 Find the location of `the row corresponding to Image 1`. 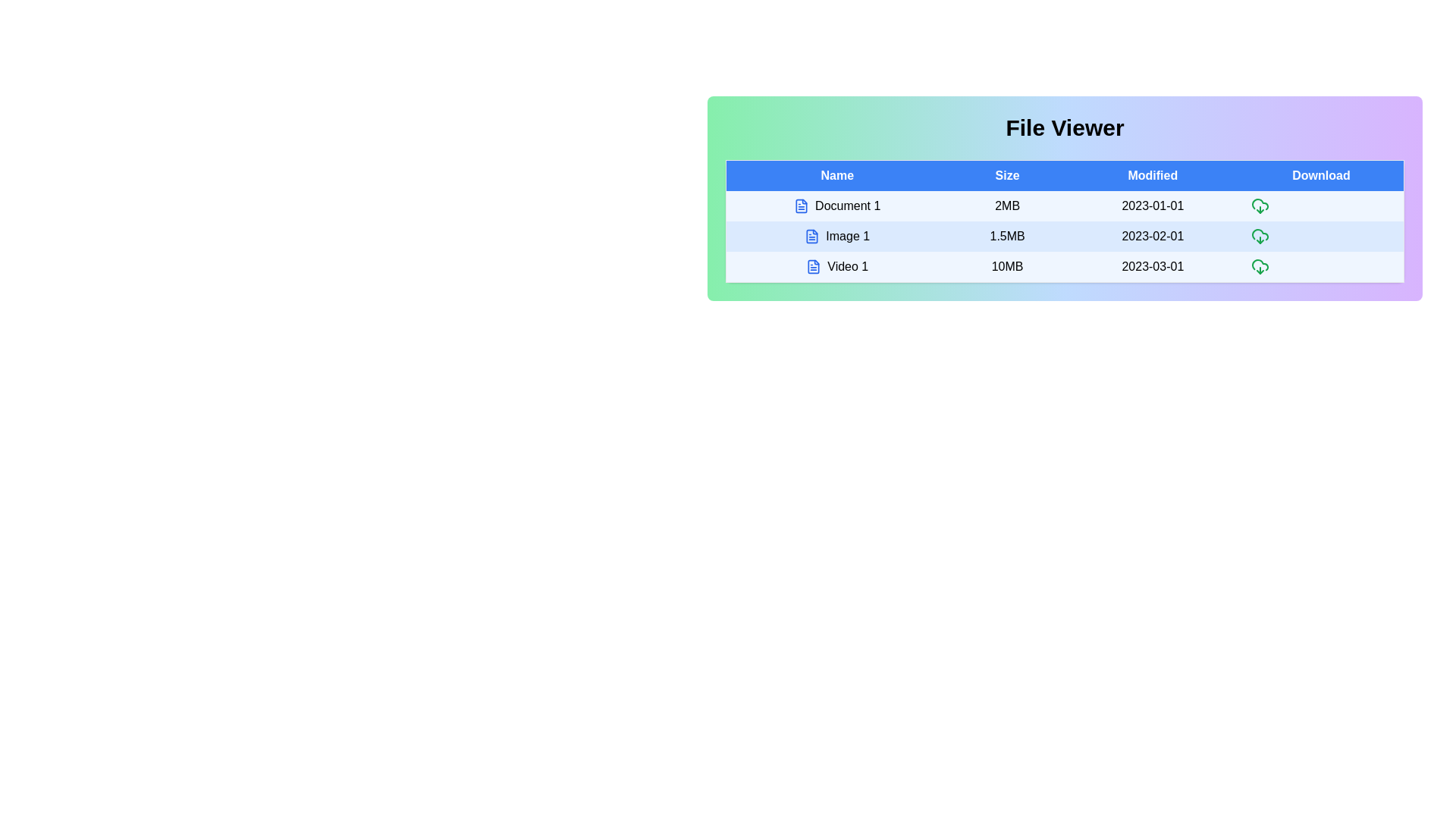

the row corresponding to Image 1 is located at coordinates (836, 237).